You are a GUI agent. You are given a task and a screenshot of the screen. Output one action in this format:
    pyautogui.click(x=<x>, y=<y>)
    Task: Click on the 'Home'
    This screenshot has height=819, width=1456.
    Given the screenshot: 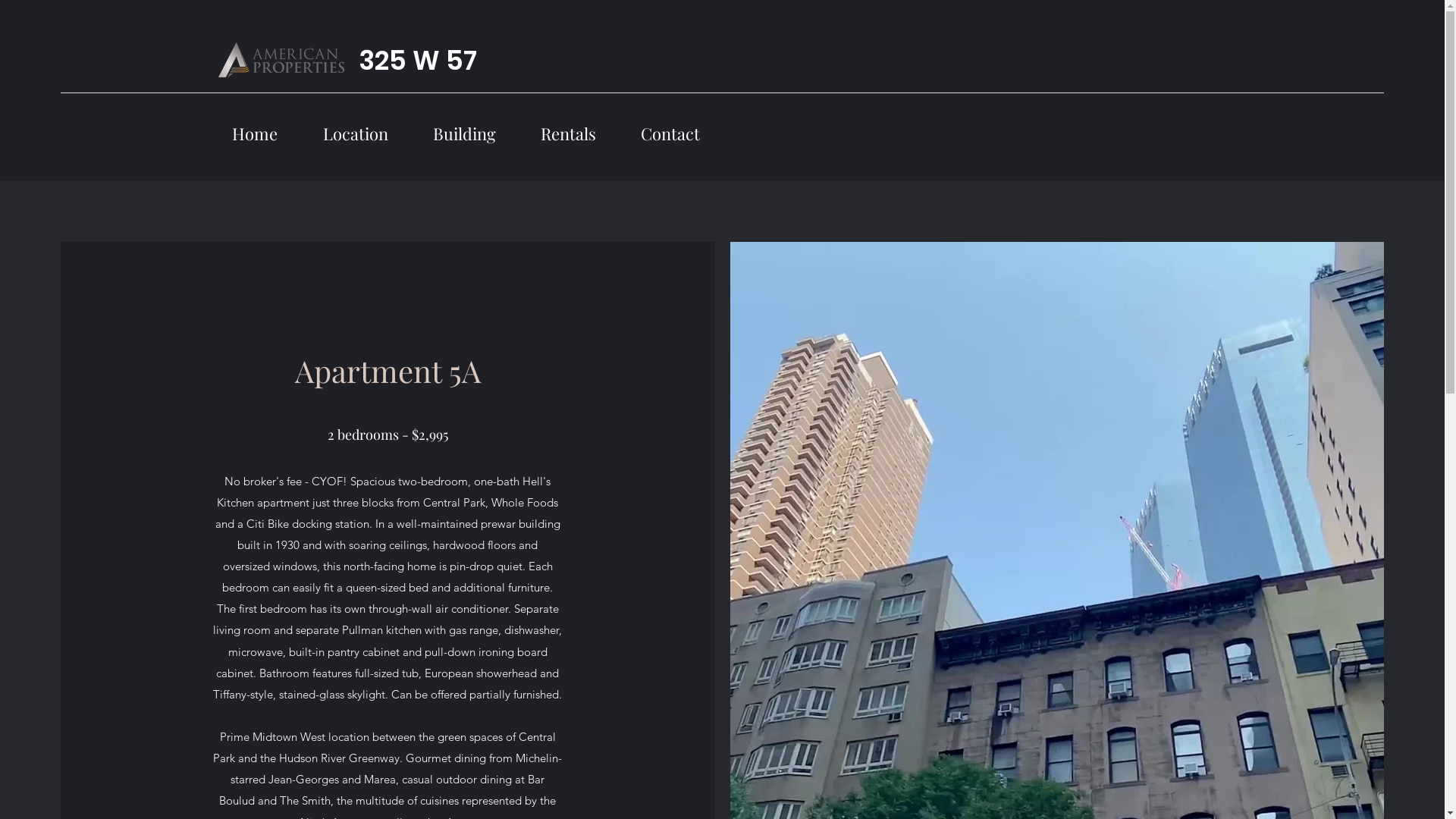 What is the action you would take?
    pyautogui.click(x=263, y=126)
    